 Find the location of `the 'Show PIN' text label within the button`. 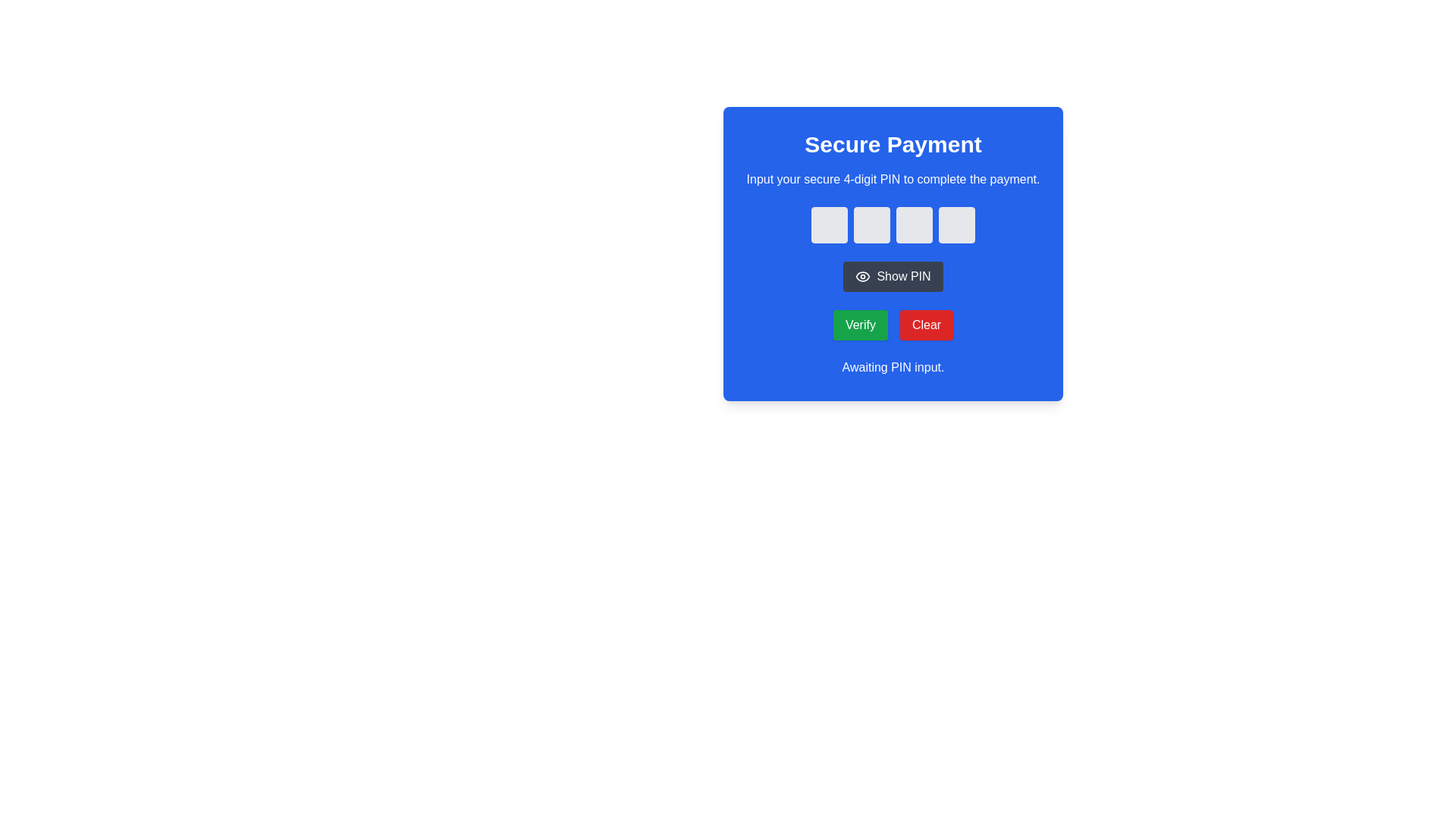

the 'Show PIN' text label within the button is located at coordinates (903, 277).